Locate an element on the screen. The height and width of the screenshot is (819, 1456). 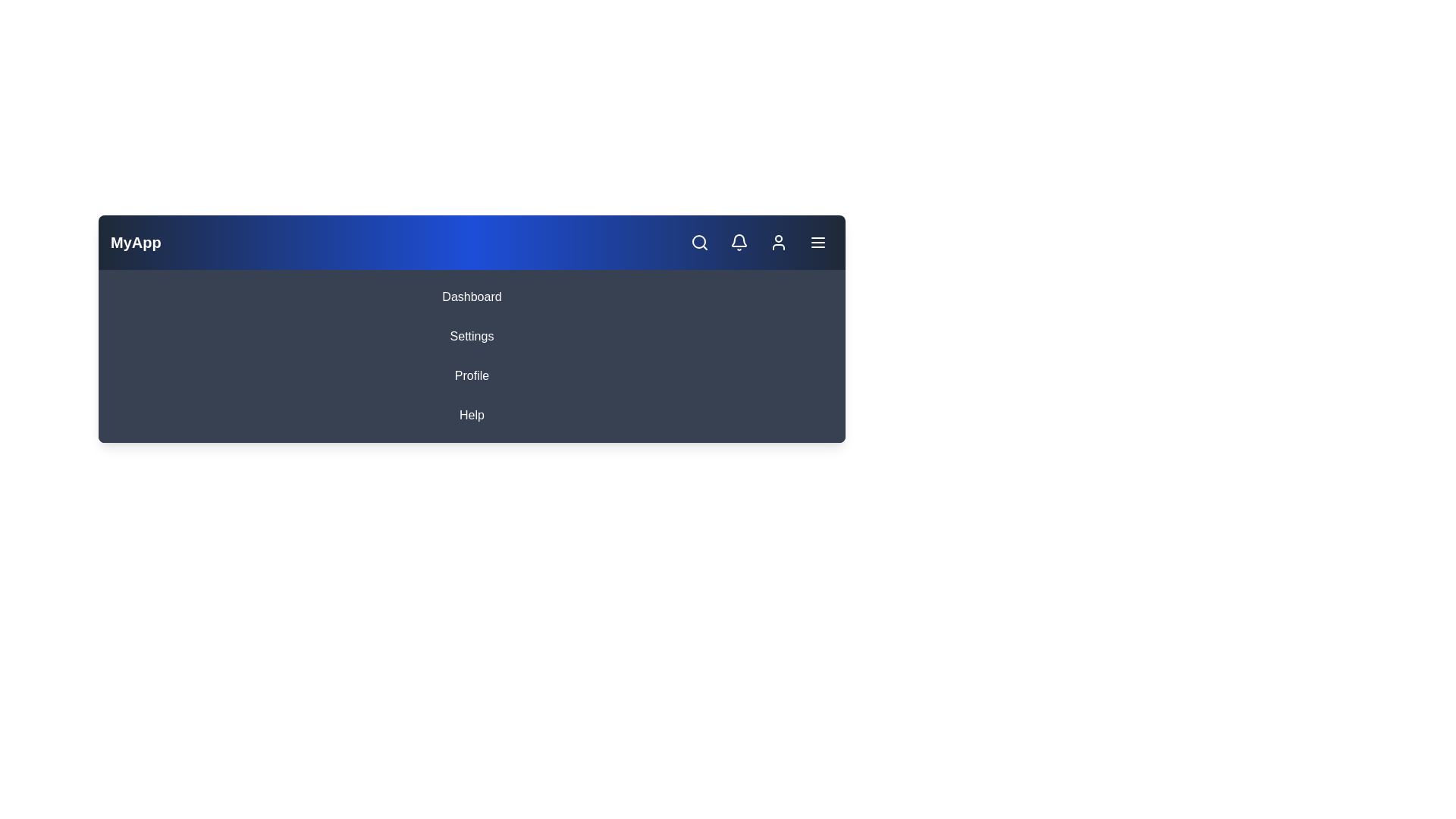
the navigation item Help in the menu is located at coordinates (471, 415).